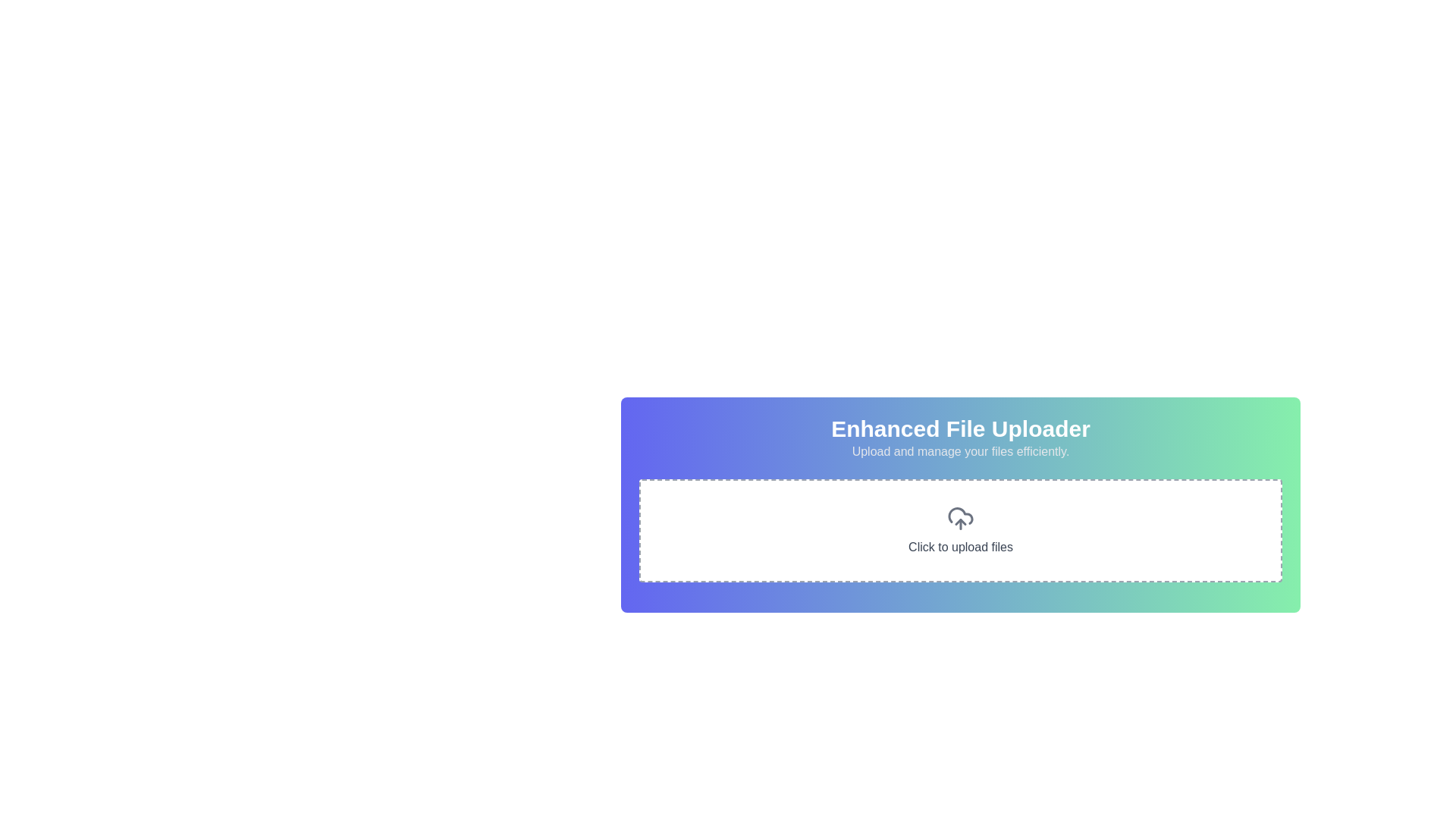 Image resolution: width=1456 pixels, height=819 pixels. I want to click on the top heading of the File uploader interface, so click(960, 536).